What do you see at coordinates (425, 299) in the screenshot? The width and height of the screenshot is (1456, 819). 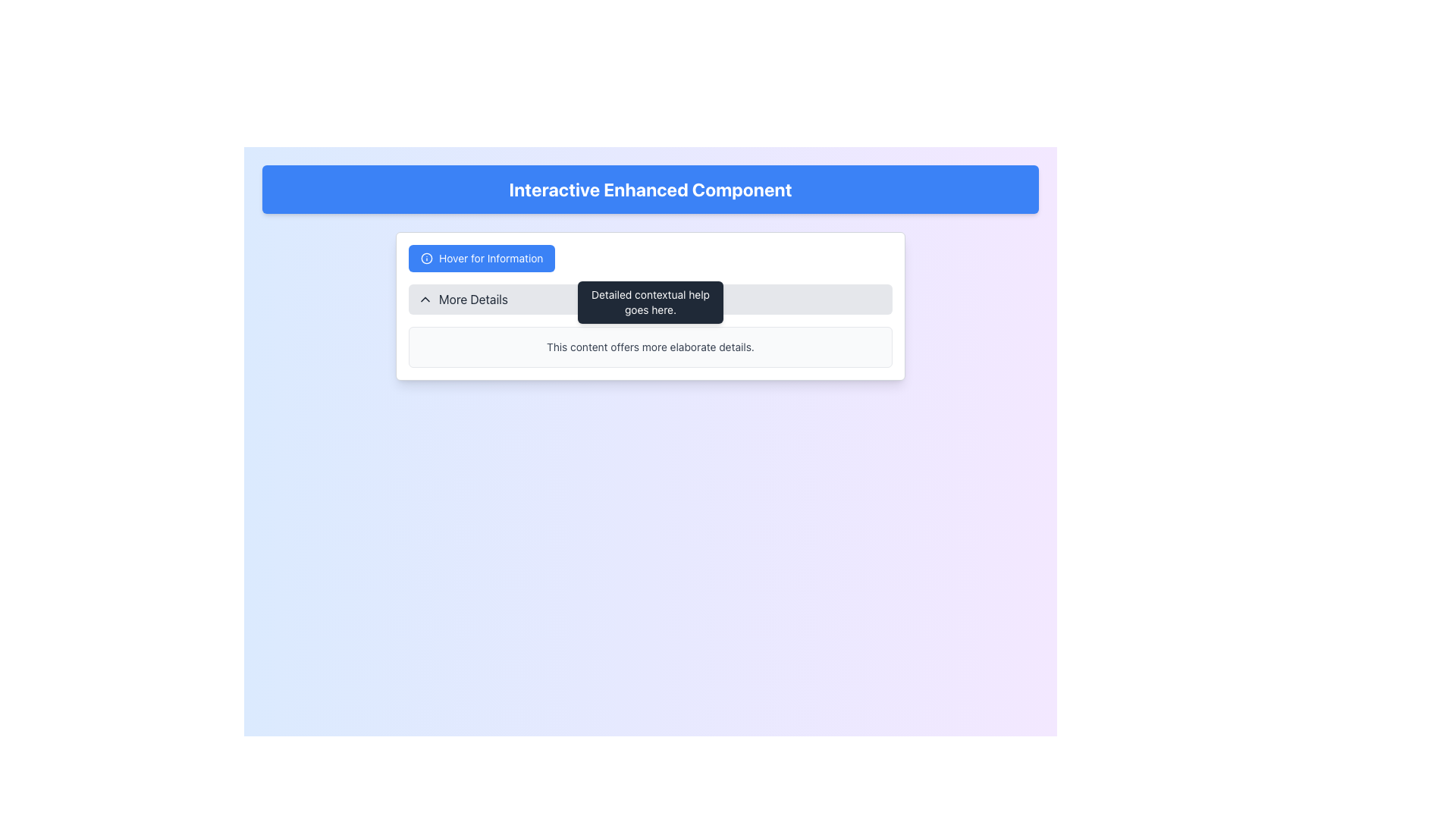 I see `the visual changes of the small downward-pointing chevron icon located to the left of the 'More Details' text label, which is part of a clickable area with a light gray background` at bounding box center [425, 299].